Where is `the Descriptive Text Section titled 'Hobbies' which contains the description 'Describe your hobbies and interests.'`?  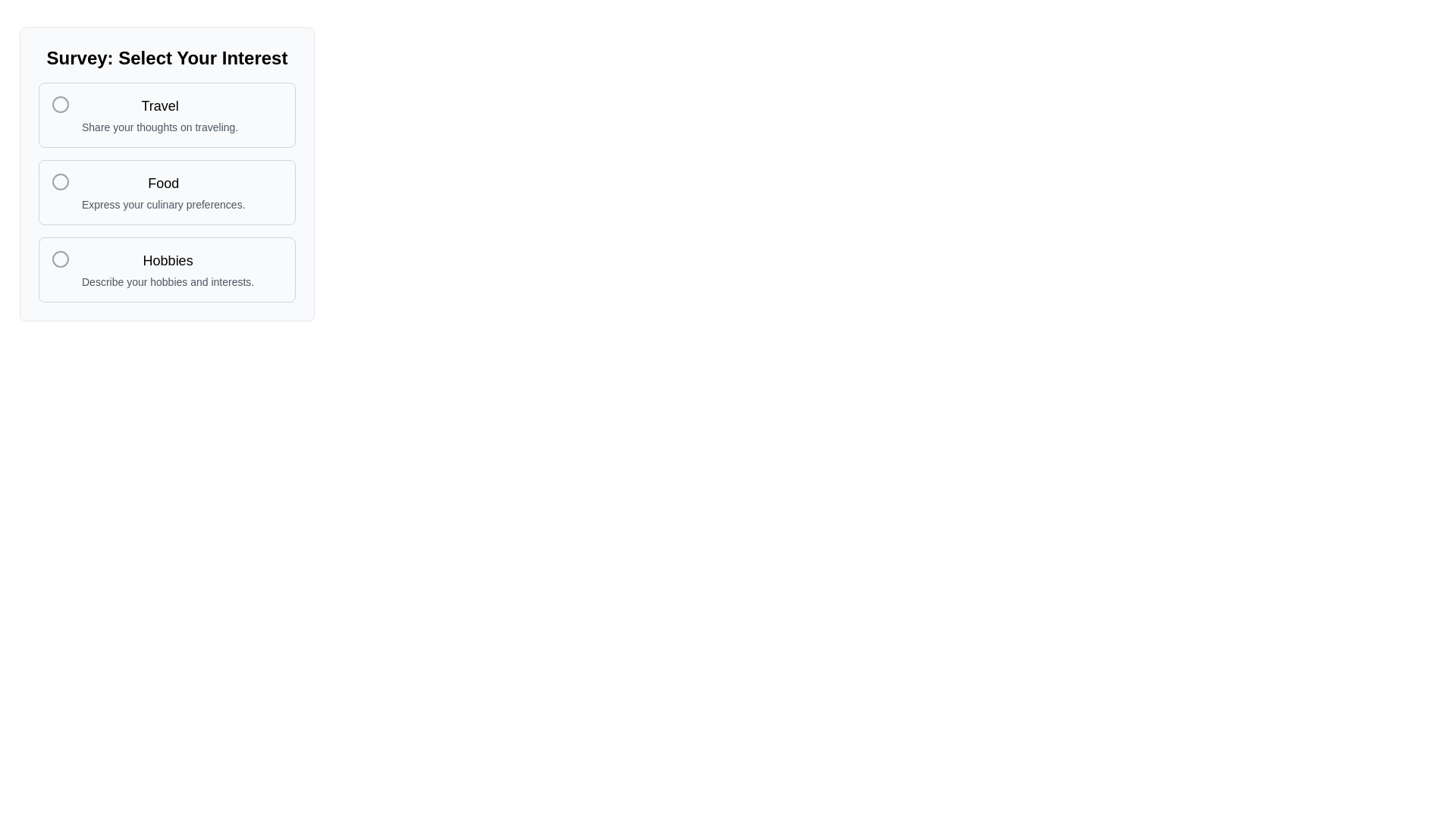 the Descriptive Text Section titled 'Hobbies' which contains the description 'Describe your hobbies and interests.' is located at coordinates (168, 268).